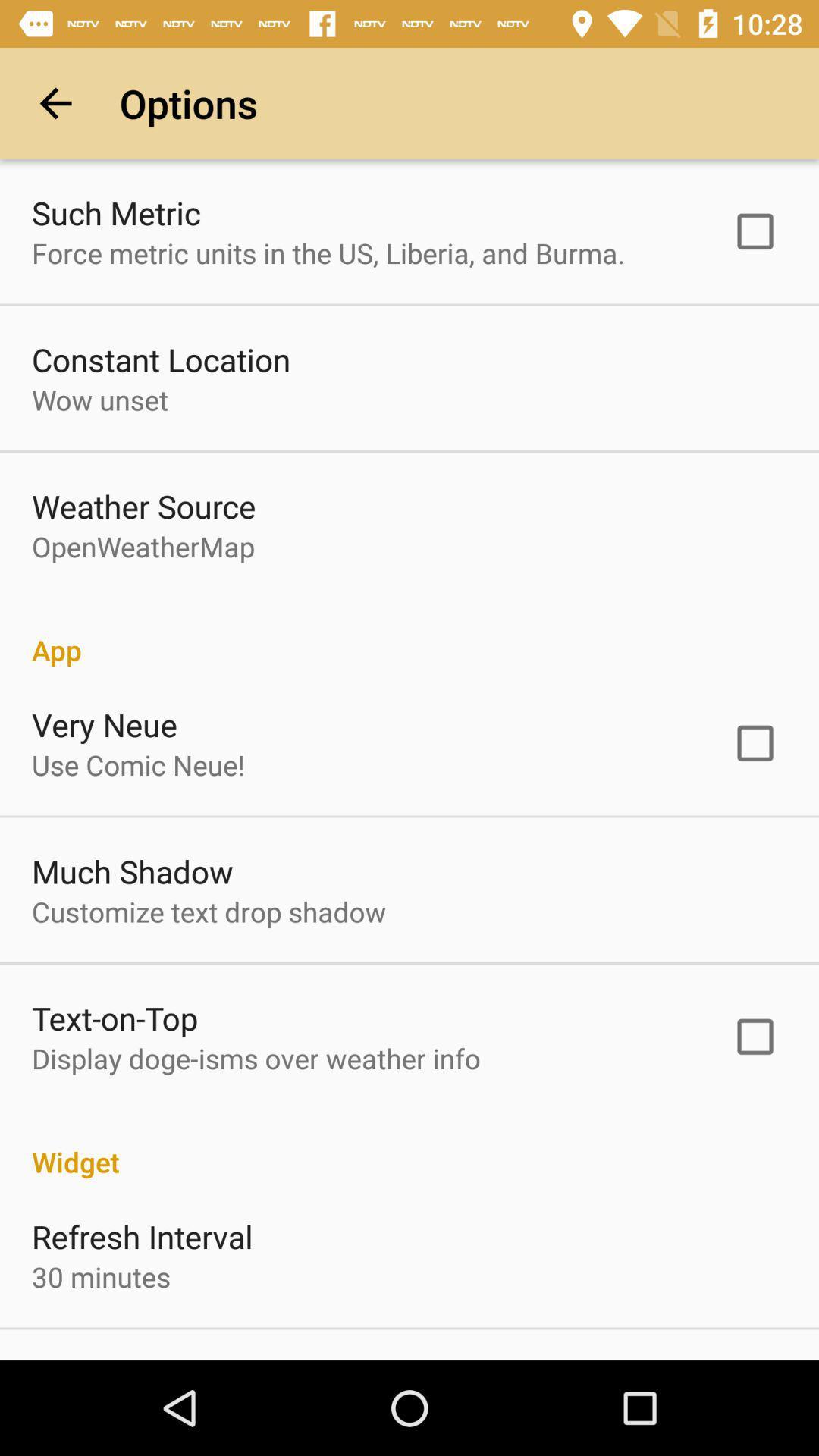  I want to click on app next to options app, so click(55, 102).